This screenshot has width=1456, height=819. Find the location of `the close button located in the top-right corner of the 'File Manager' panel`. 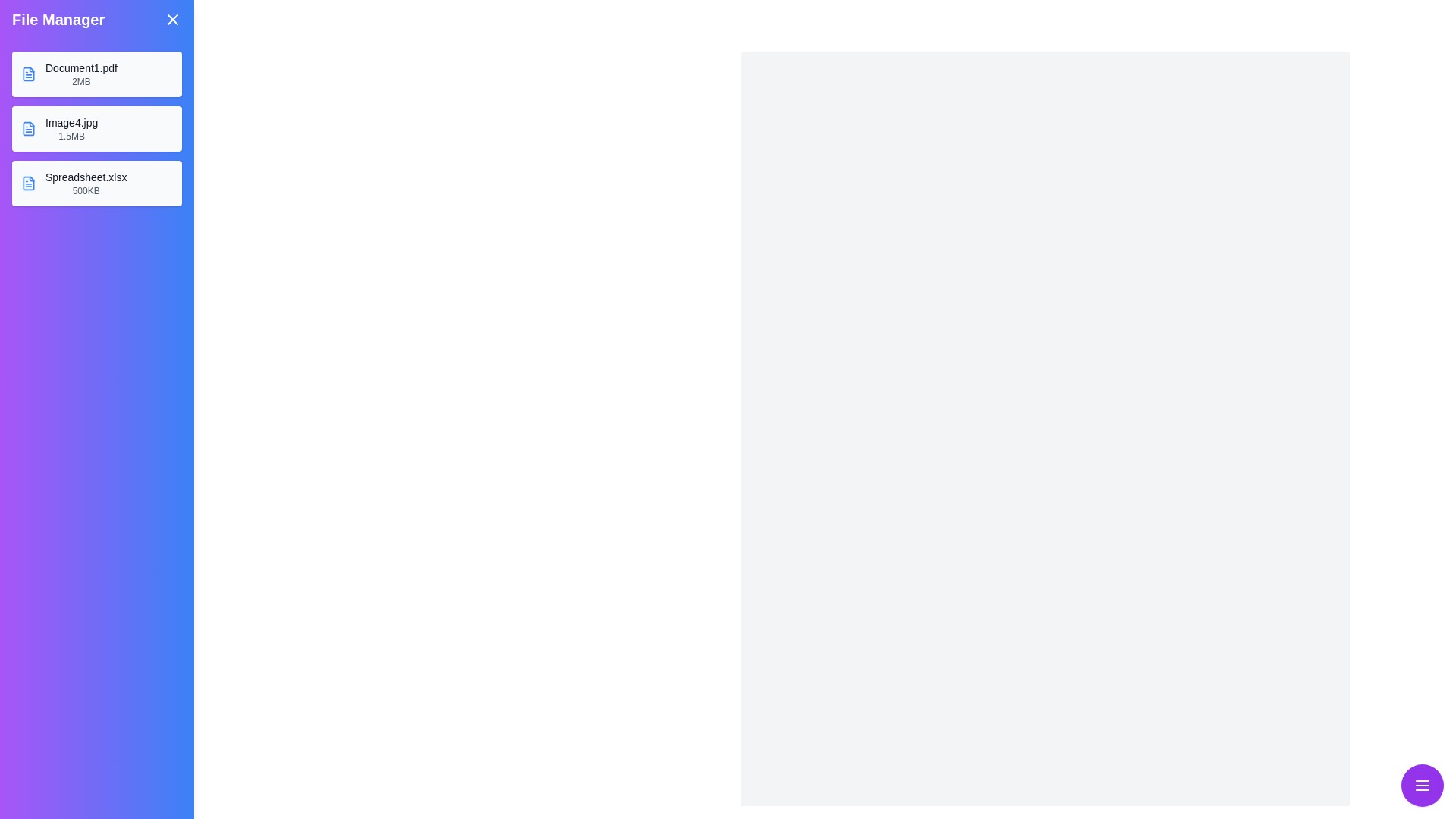

the close button located in the top-right corner of the 'File Manager' panel is located at coordinates (172, 20).